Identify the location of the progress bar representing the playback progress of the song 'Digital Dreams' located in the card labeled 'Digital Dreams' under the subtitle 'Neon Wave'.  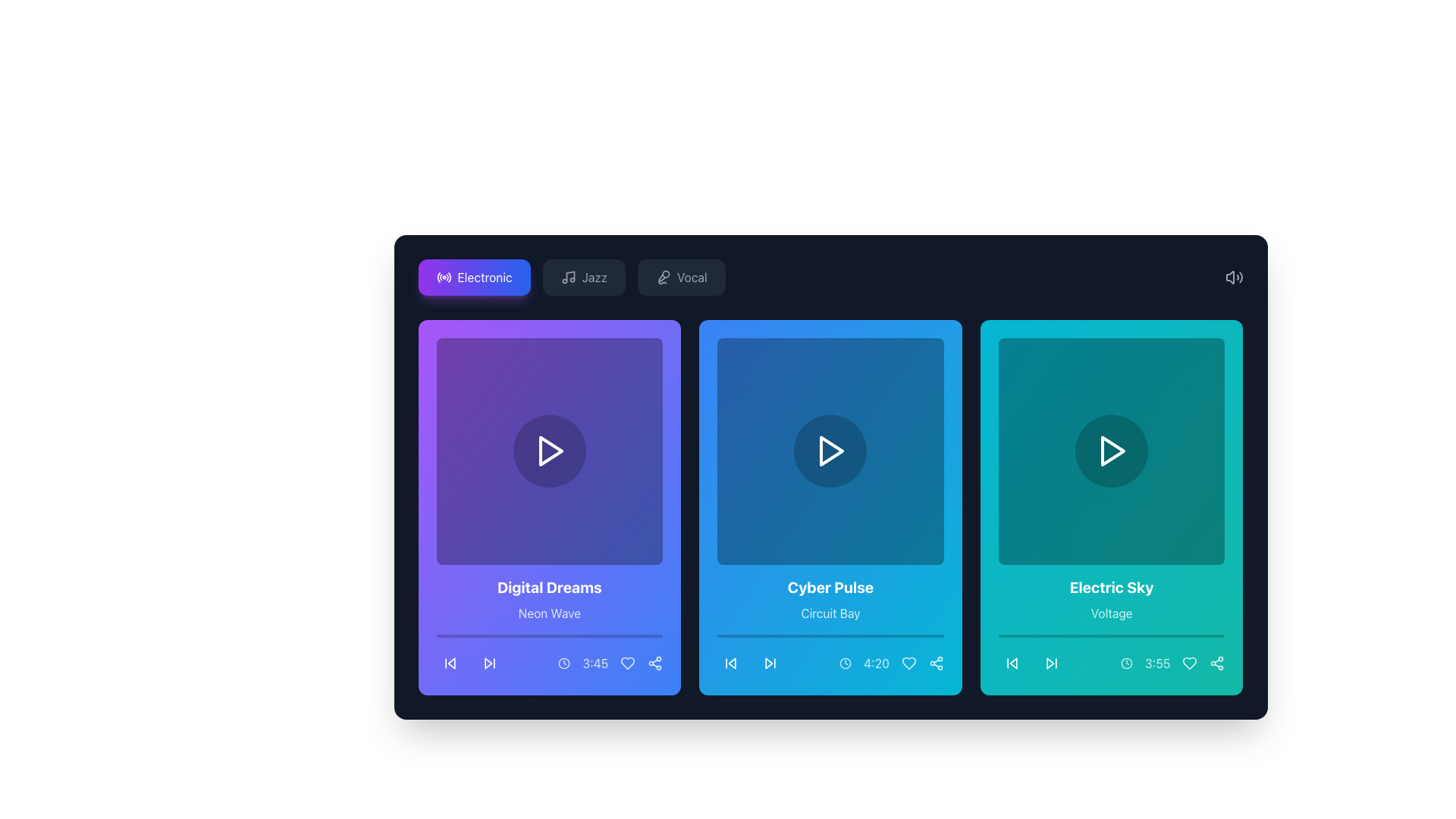
(548, 635).